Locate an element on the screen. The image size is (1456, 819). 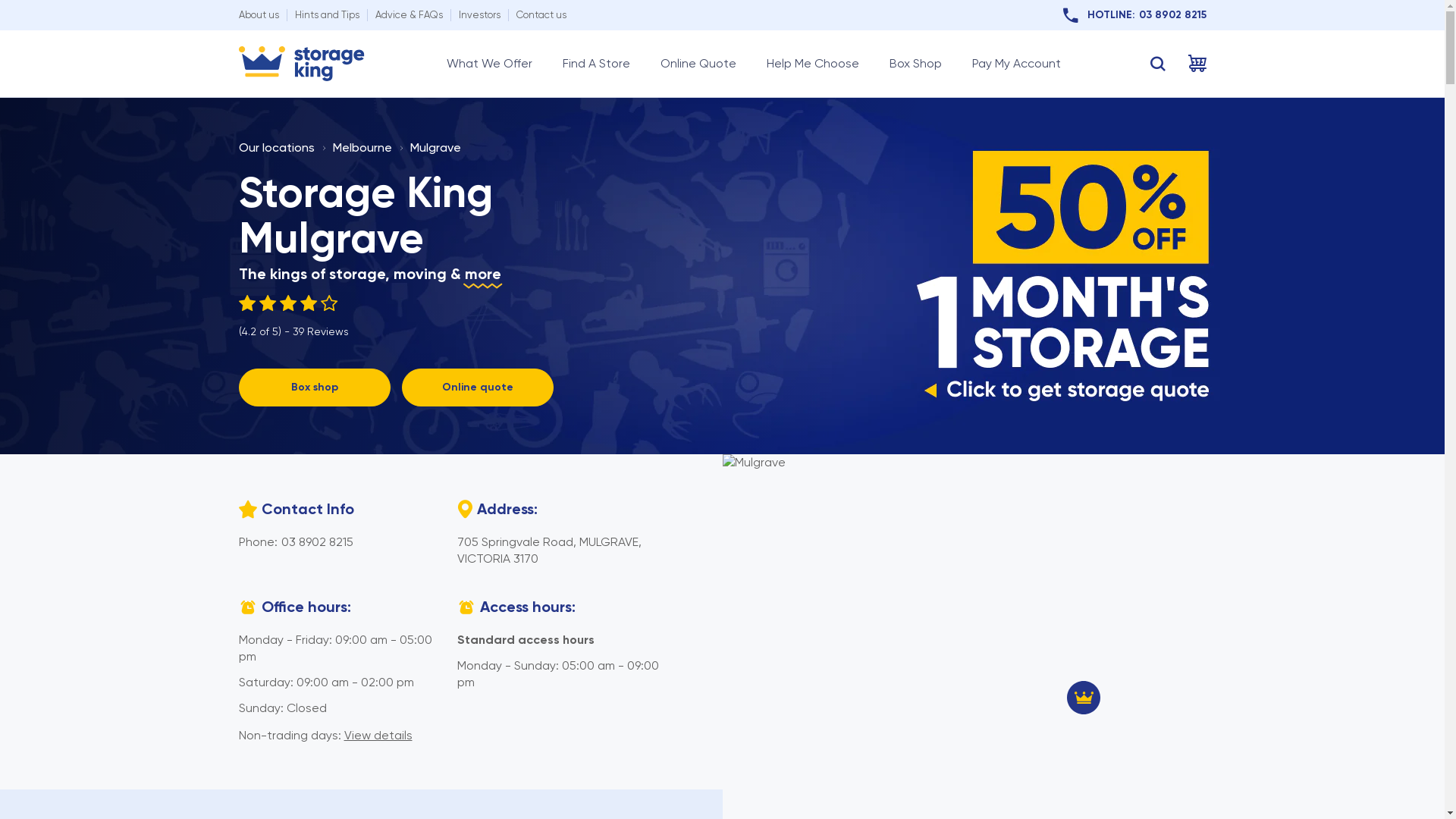
'Box Shop' is located at coordinates (914, 63).